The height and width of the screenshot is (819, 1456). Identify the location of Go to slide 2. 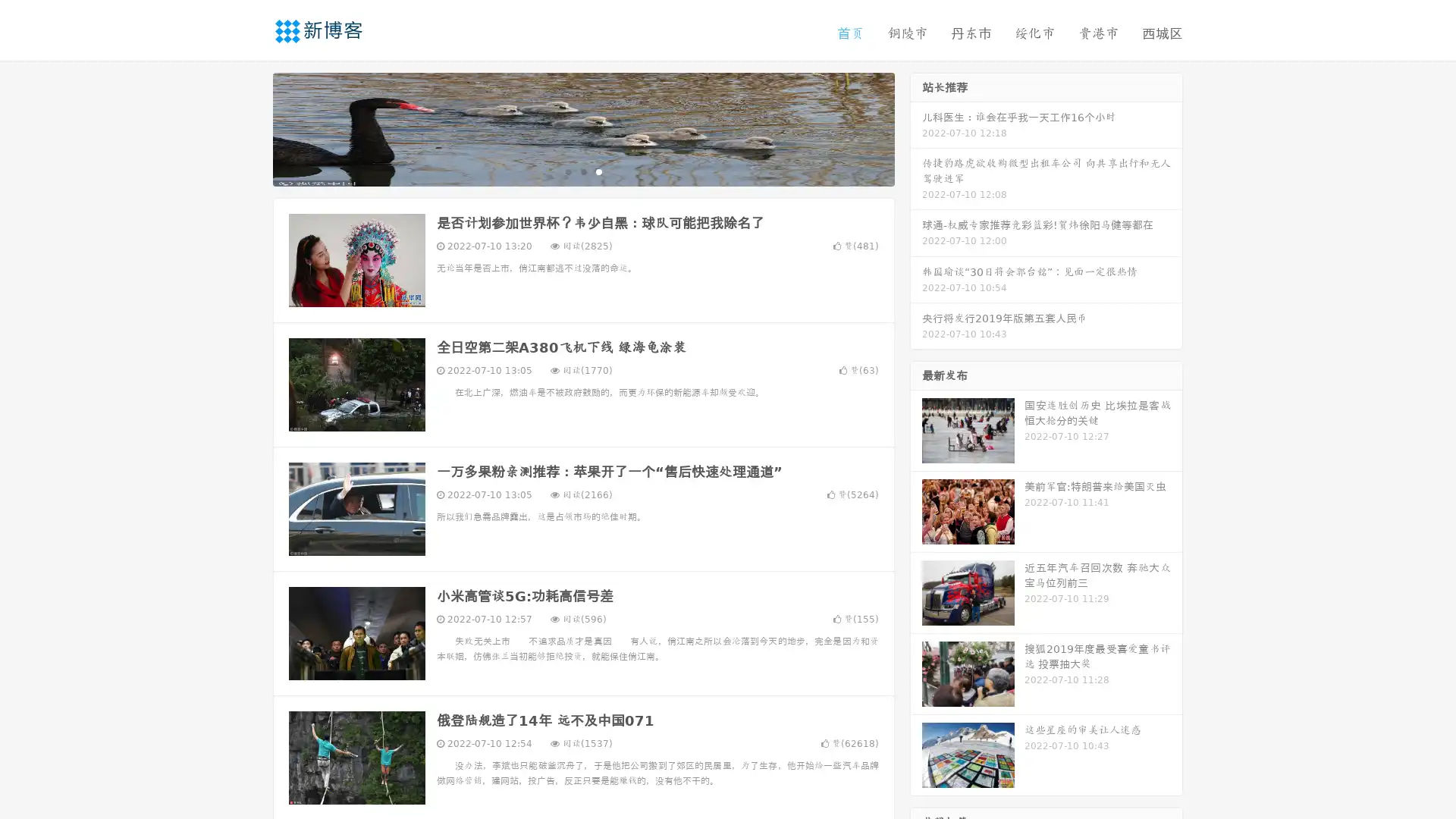
(582, 171).